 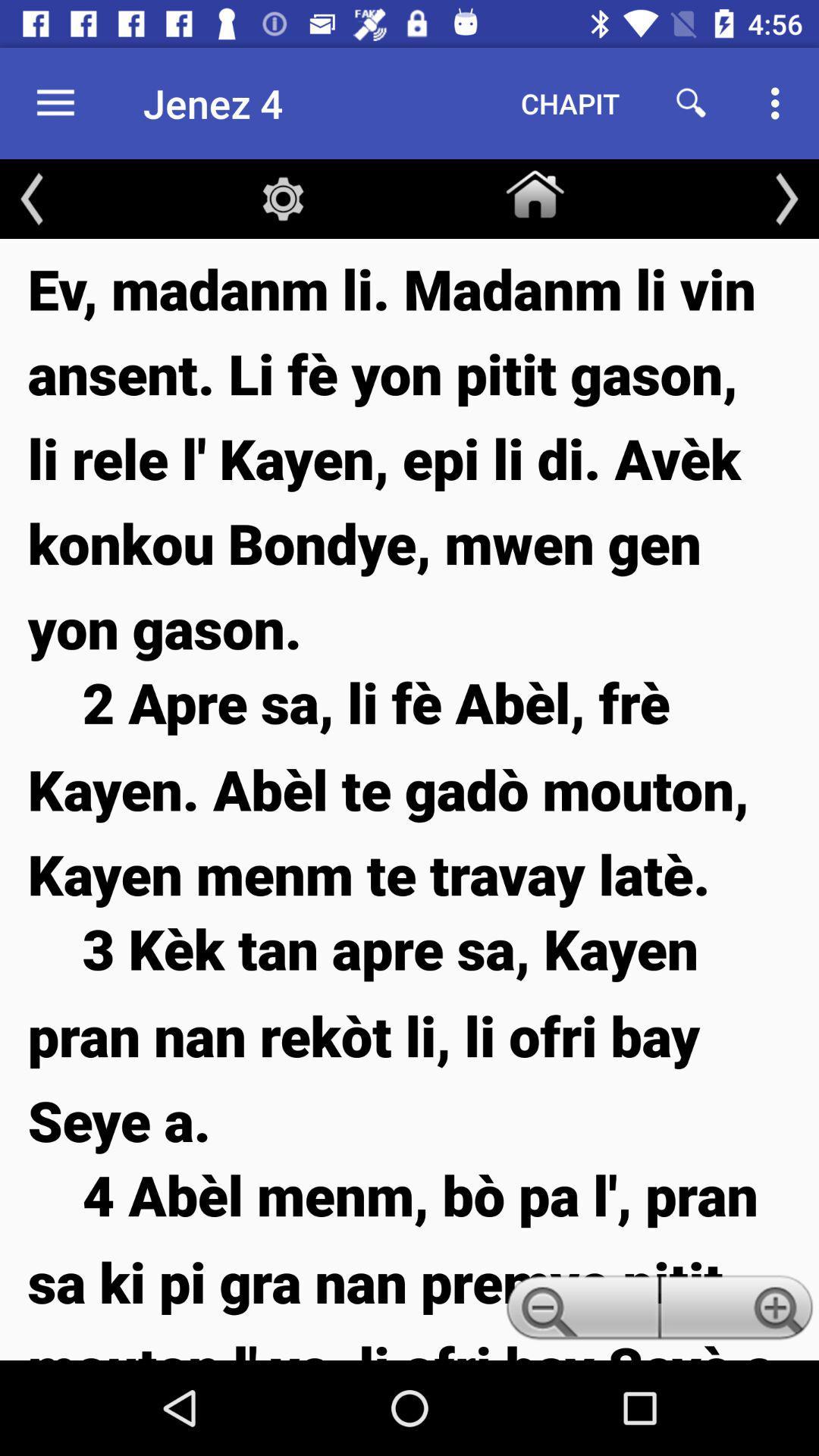 What do you see at coordinates (691, 102) in the screenshot?
I see `the item next to the chapit item` at bounding box center [691, 102].